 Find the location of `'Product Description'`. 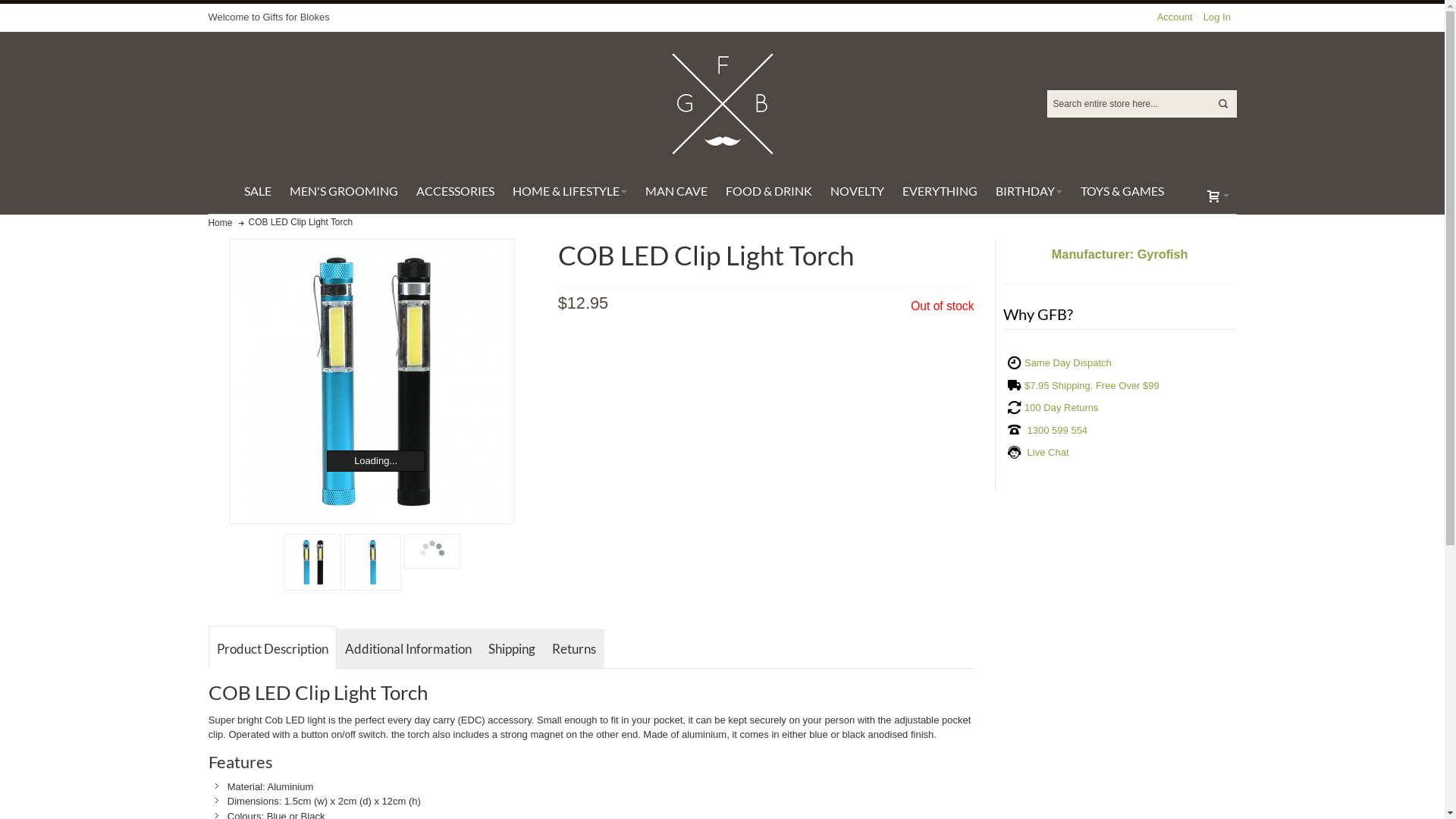

'Product Description' is located at coordinates (272, 646).